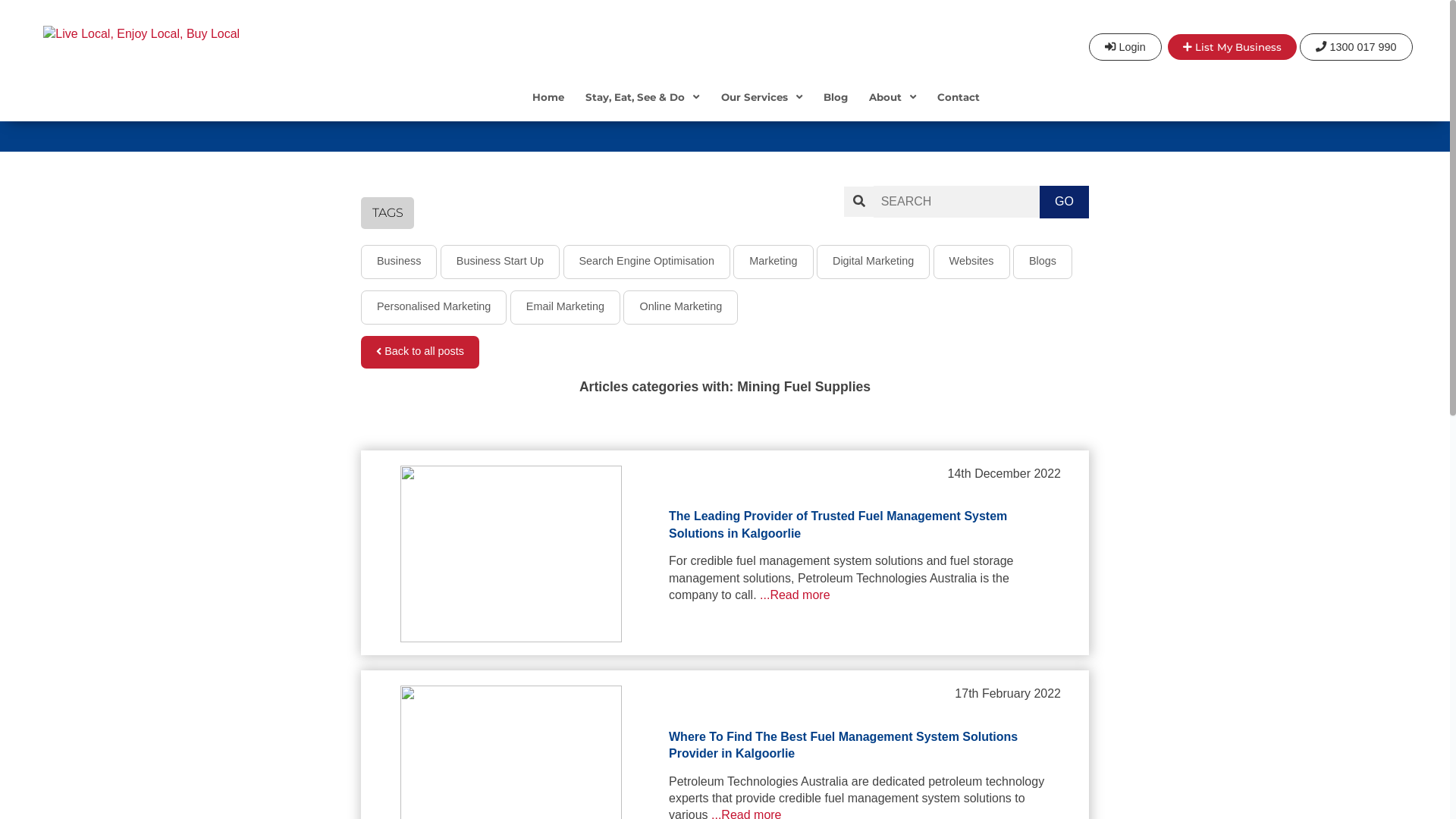  I want to click on 'About', so click(892, 107).